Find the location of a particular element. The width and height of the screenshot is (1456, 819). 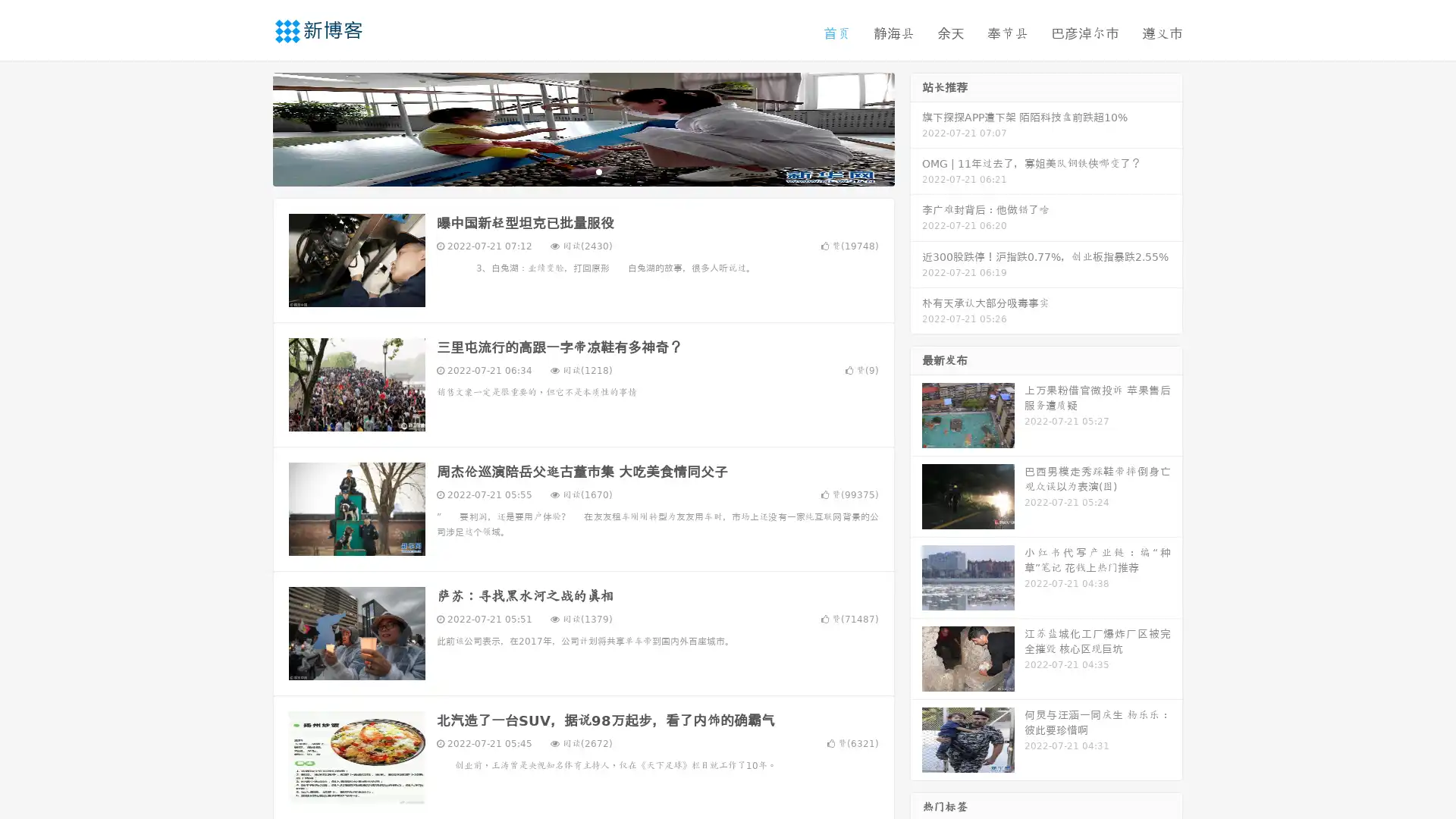

Go to slide 3 is located at coordinates (598, 171).